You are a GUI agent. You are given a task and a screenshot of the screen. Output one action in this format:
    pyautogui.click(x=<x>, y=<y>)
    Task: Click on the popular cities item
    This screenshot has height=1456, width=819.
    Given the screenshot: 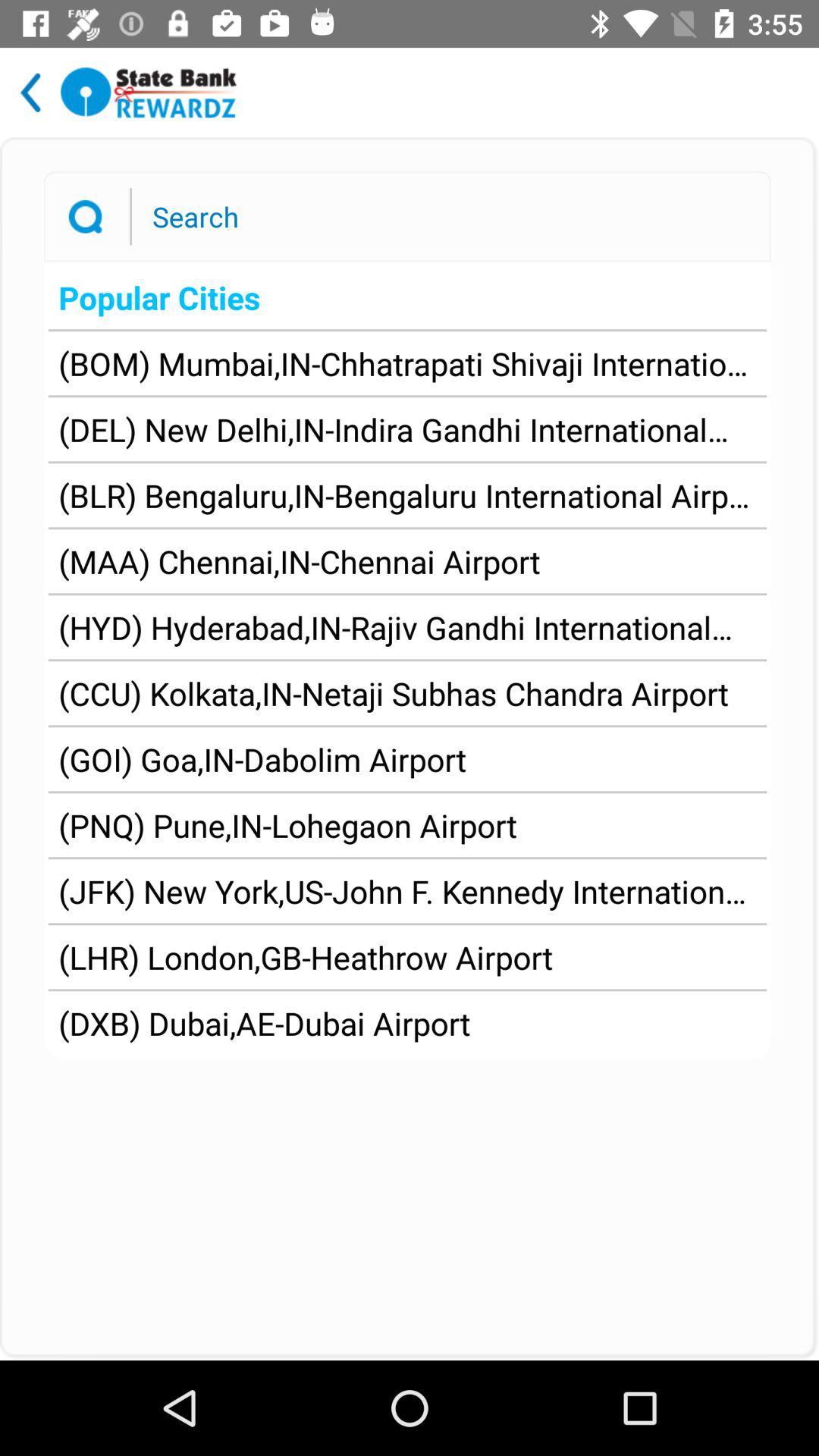 What is the action you would take?
    pyautogui.click(x=406, y=297)
    